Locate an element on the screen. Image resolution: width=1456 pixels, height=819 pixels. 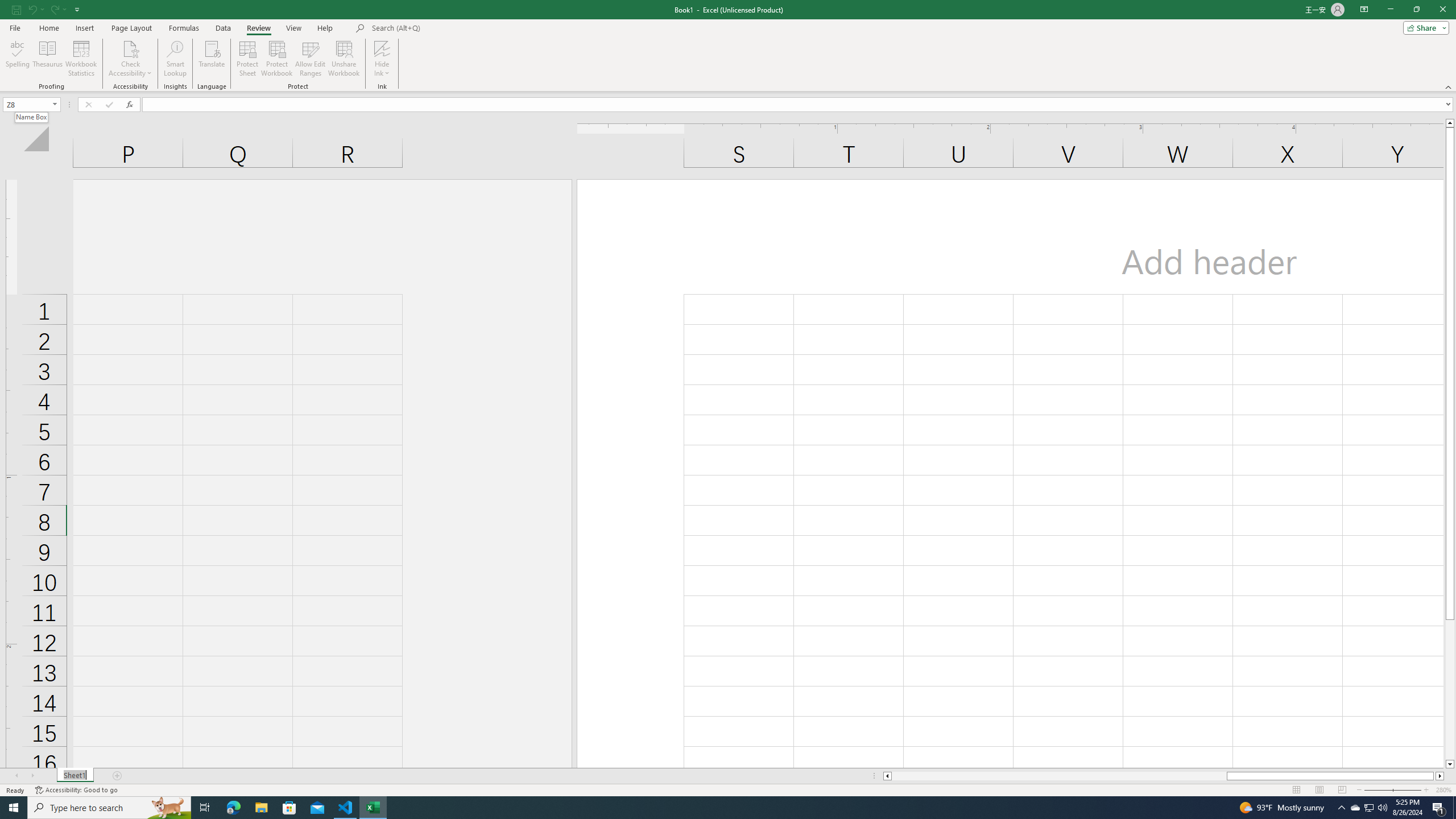
'Check Accessibility' is located at coordinates (130, 59).